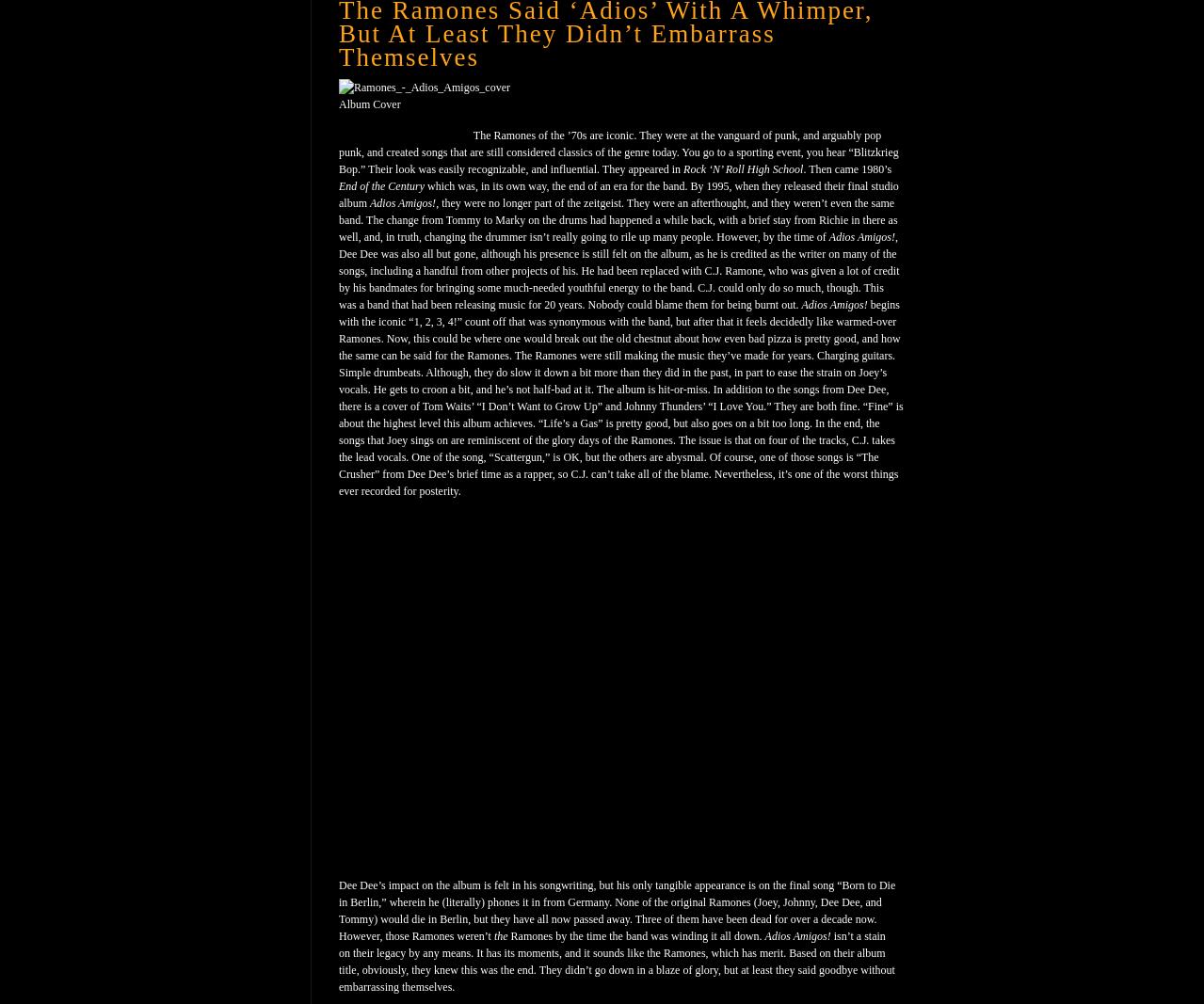 The image size is (1204, 1004). What do you see at coordinates (380, 186) in the screenshot?
I see `'End of the Century'` at bounding box center [380, 186].